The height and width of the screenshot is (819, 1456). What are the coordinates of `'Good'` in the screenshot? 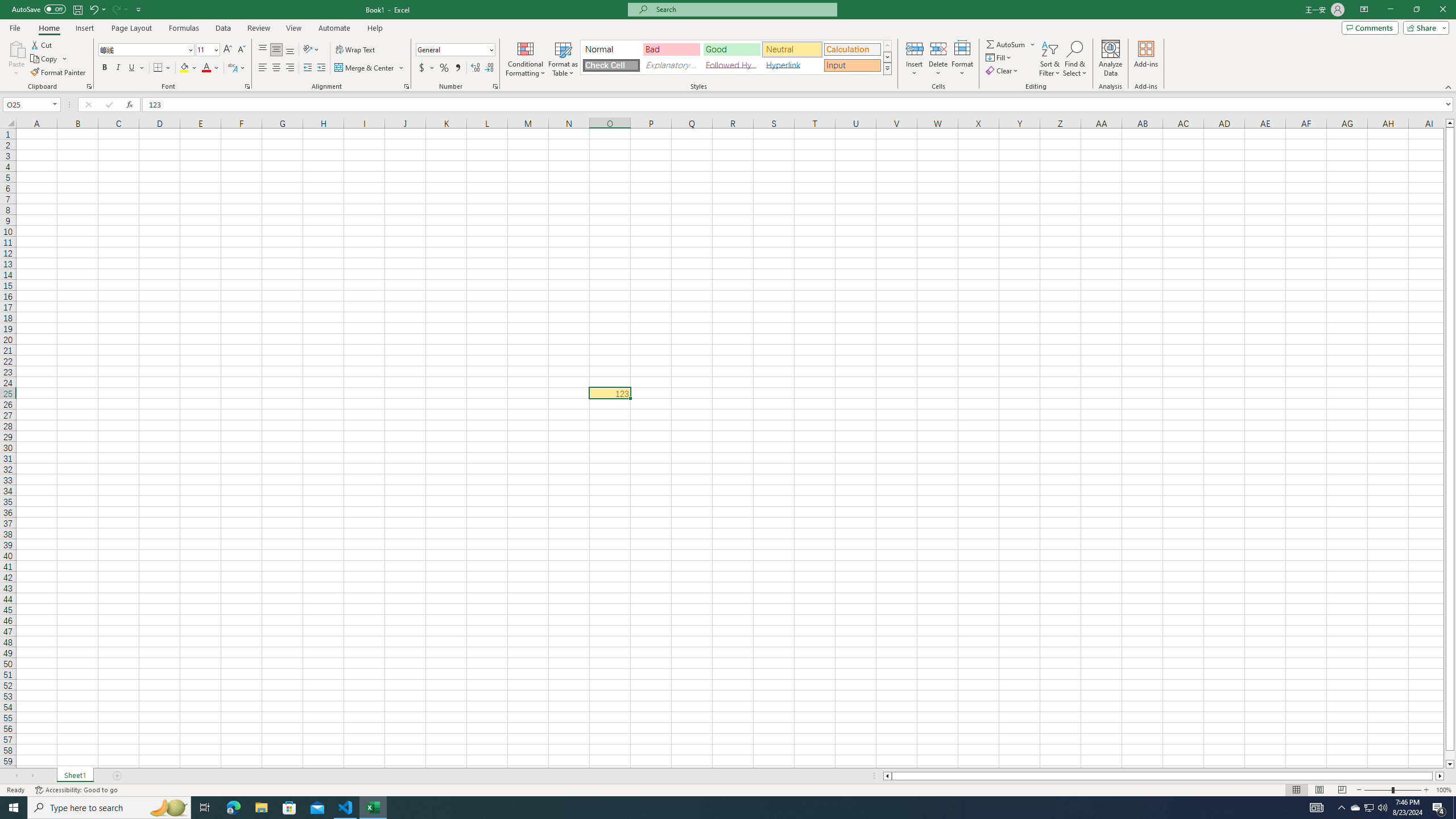 It's located at (731, 49).